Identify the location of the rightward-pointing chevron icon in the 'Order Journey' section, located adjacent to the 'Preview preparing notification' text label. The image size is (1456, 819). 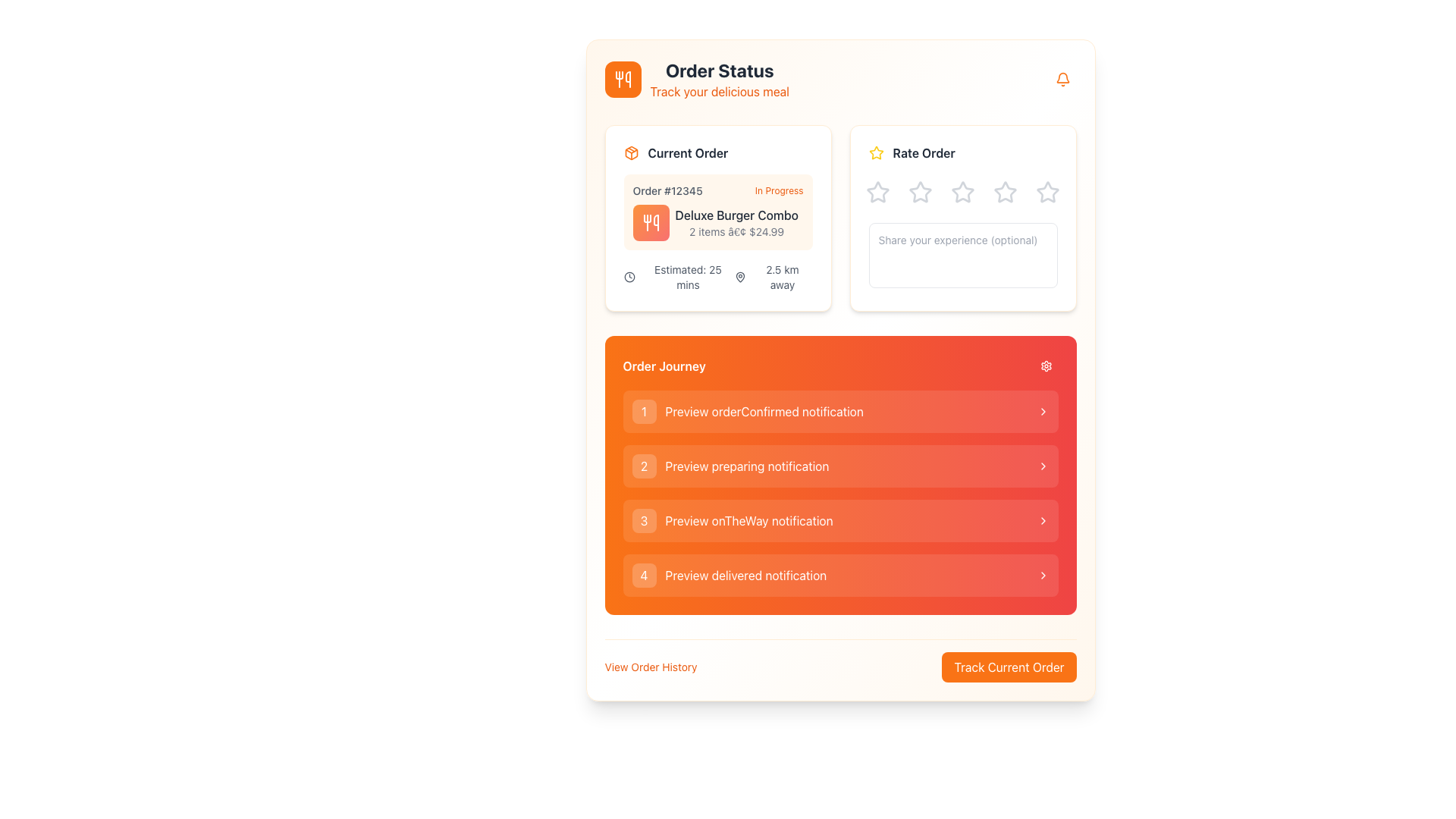
(1042, 465).